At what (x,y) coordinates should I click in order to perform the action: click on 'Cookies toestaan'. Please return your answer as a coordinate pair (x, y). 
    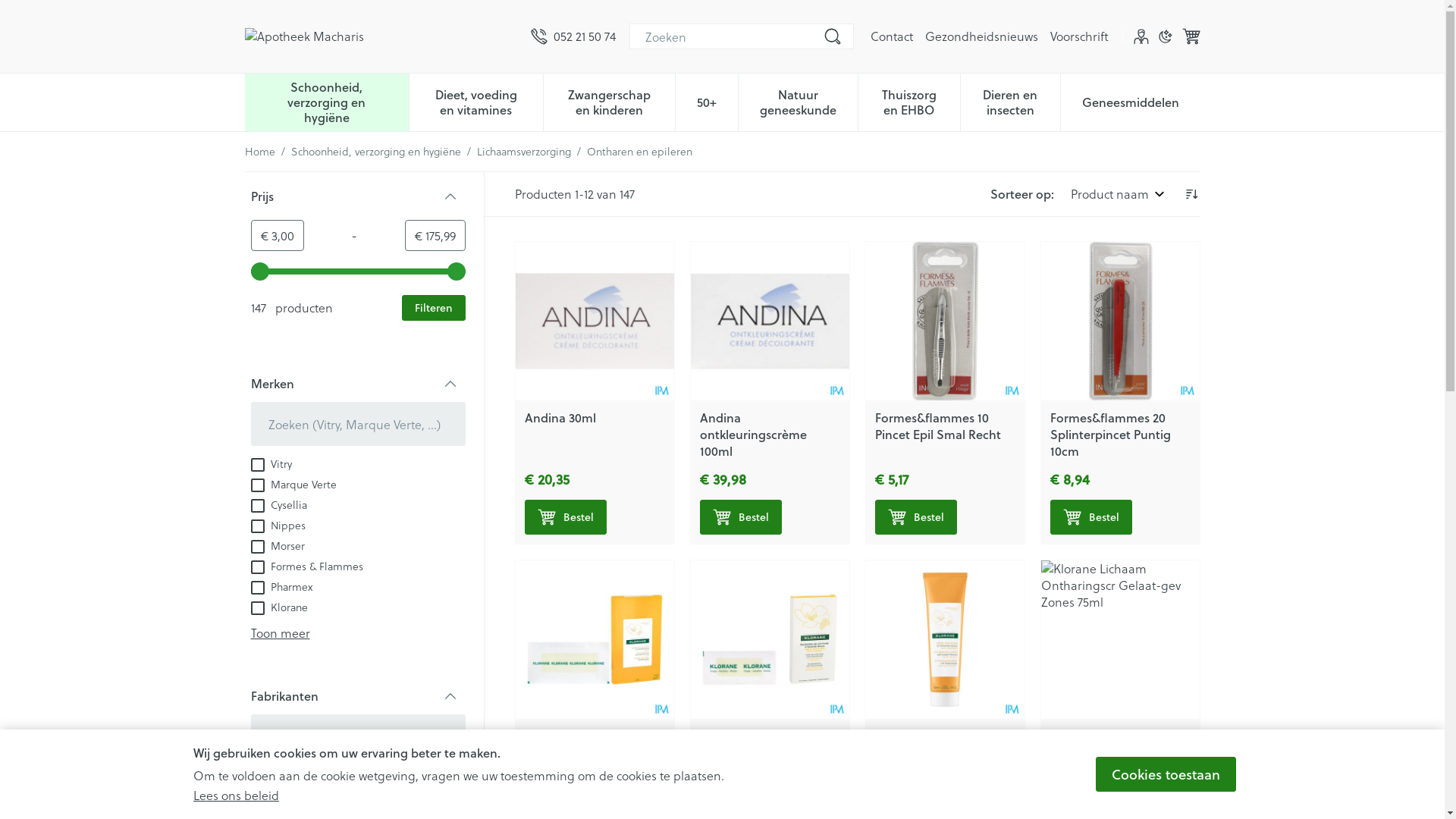
    Looking at the image, I should click on (1165, 774).